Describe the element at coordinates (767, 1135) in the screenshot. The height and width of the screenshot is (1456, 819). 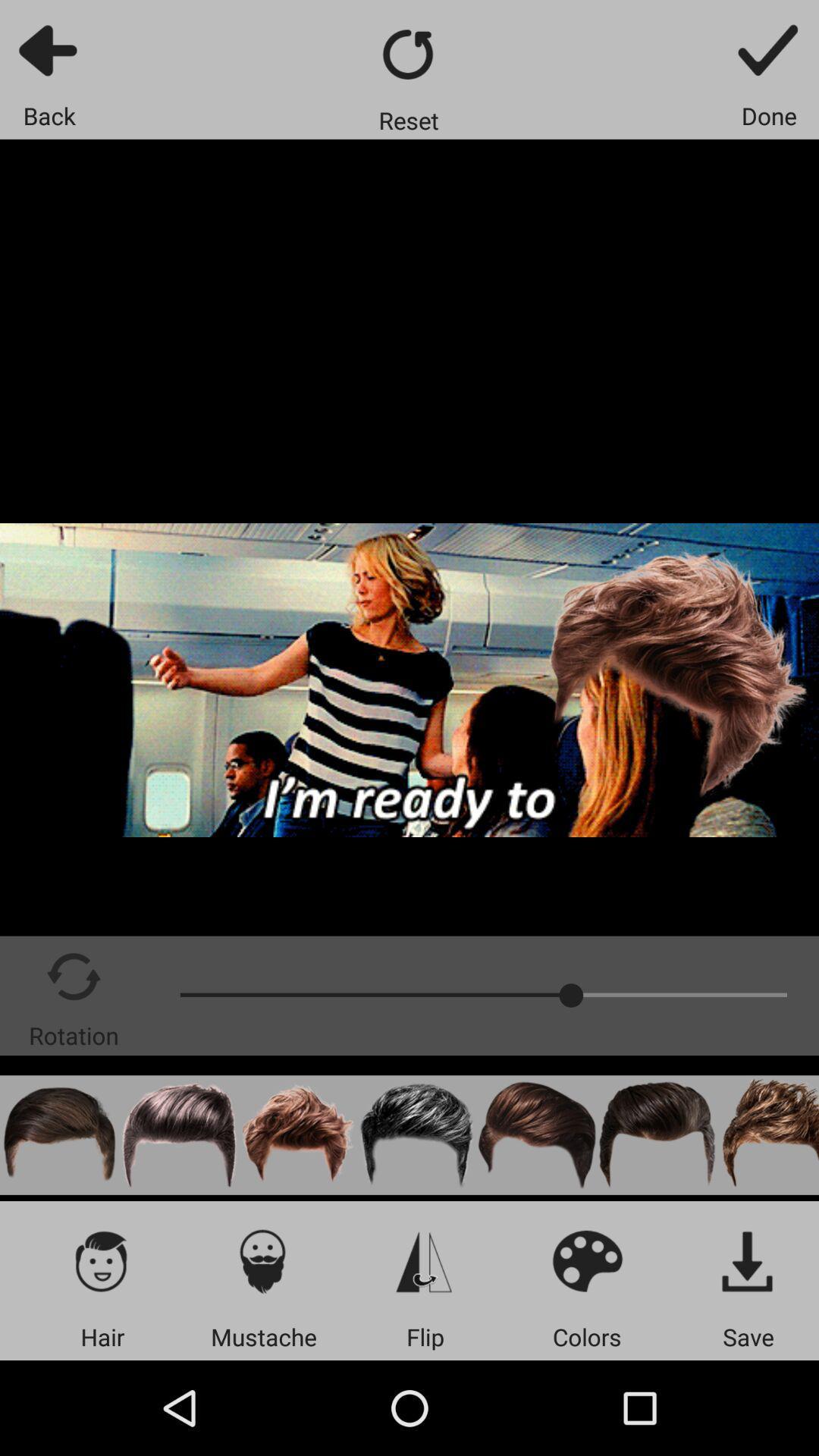
I see `hairstyle` at that location.